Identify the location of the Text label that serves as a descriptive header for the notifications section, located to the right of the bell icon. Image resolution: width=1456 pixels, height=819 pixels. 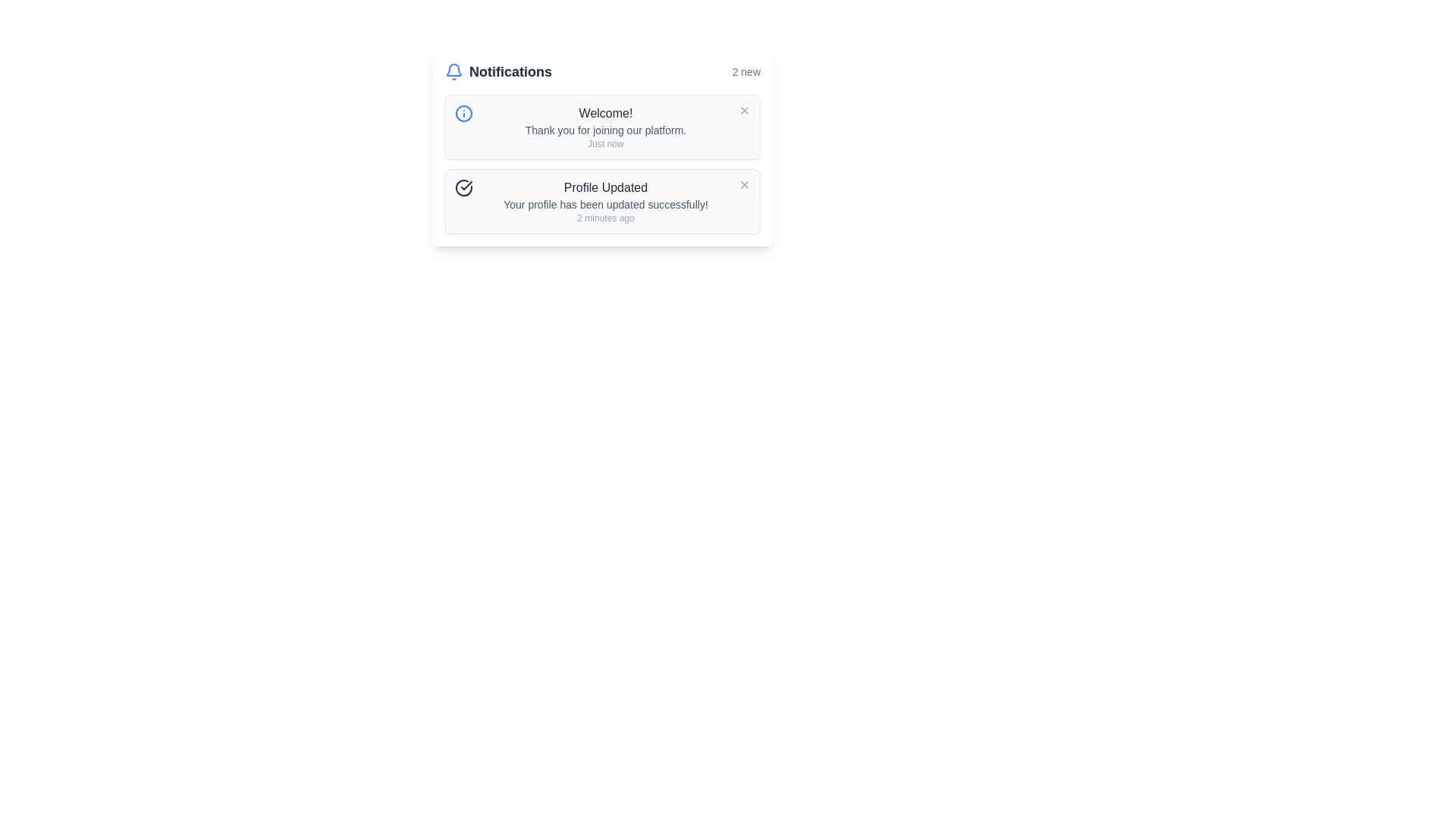
(510, 72).